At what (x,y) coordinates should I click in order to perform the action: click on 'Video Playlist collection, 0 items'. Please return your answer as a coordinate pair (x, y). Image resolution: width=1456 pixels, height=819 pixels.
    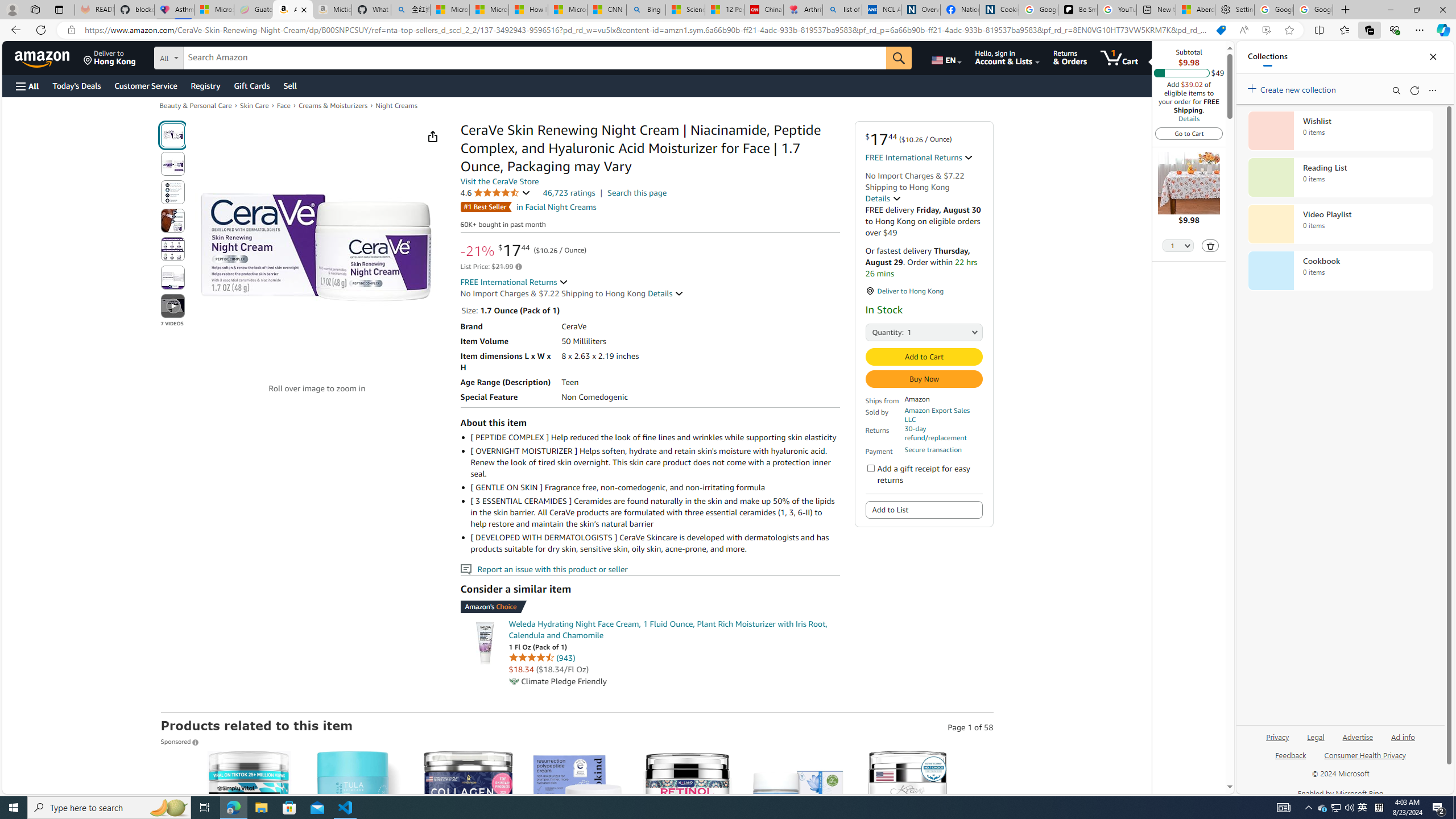
    Looking at the image, I should click on (1340, 223).